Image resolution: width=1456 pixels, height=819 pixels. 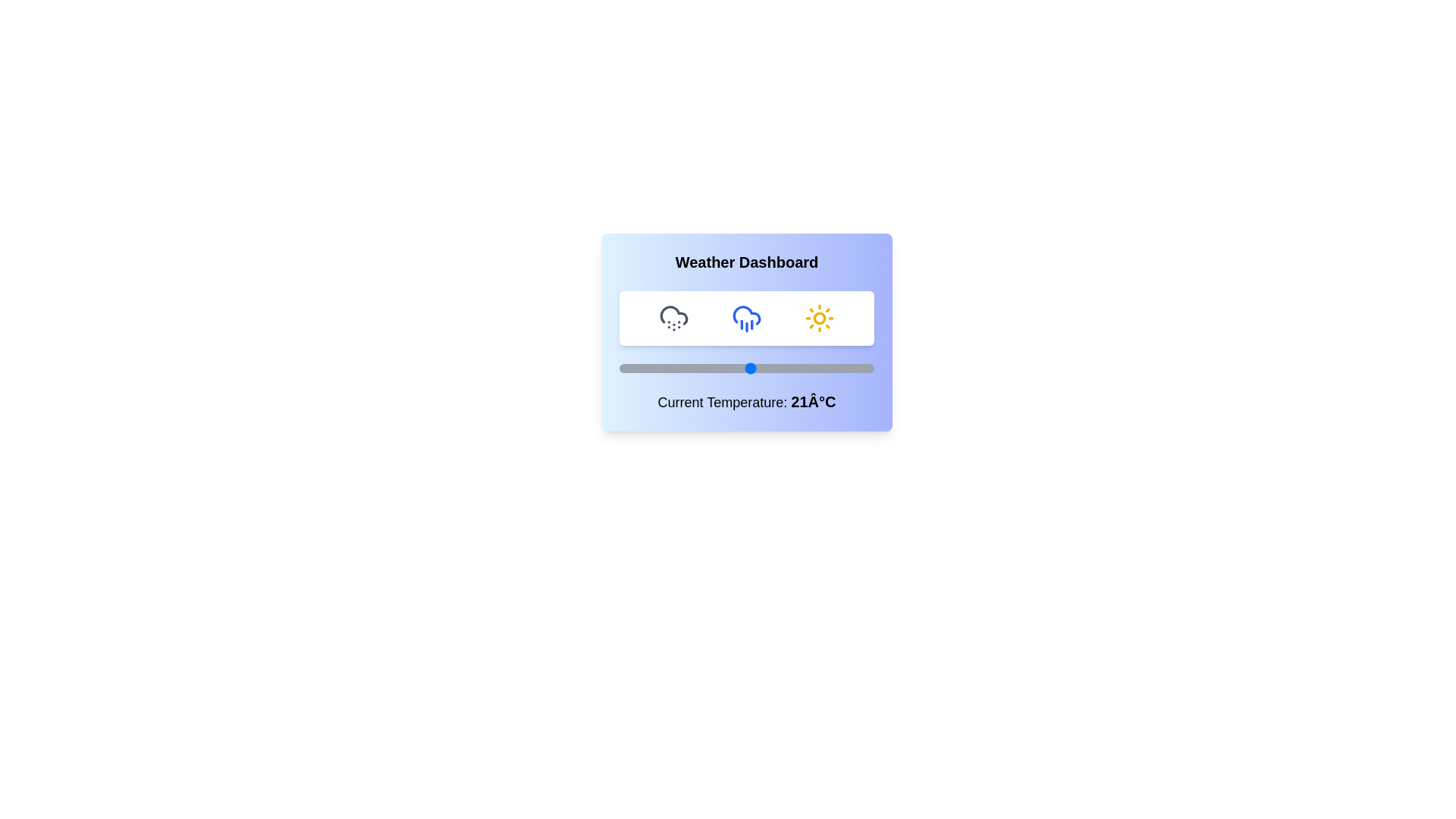 What do you see at coordinates (632, 369) in the screenshot?
I see `the temperature slider to set the temperature to -7°C` at bounding box center [632, 369].